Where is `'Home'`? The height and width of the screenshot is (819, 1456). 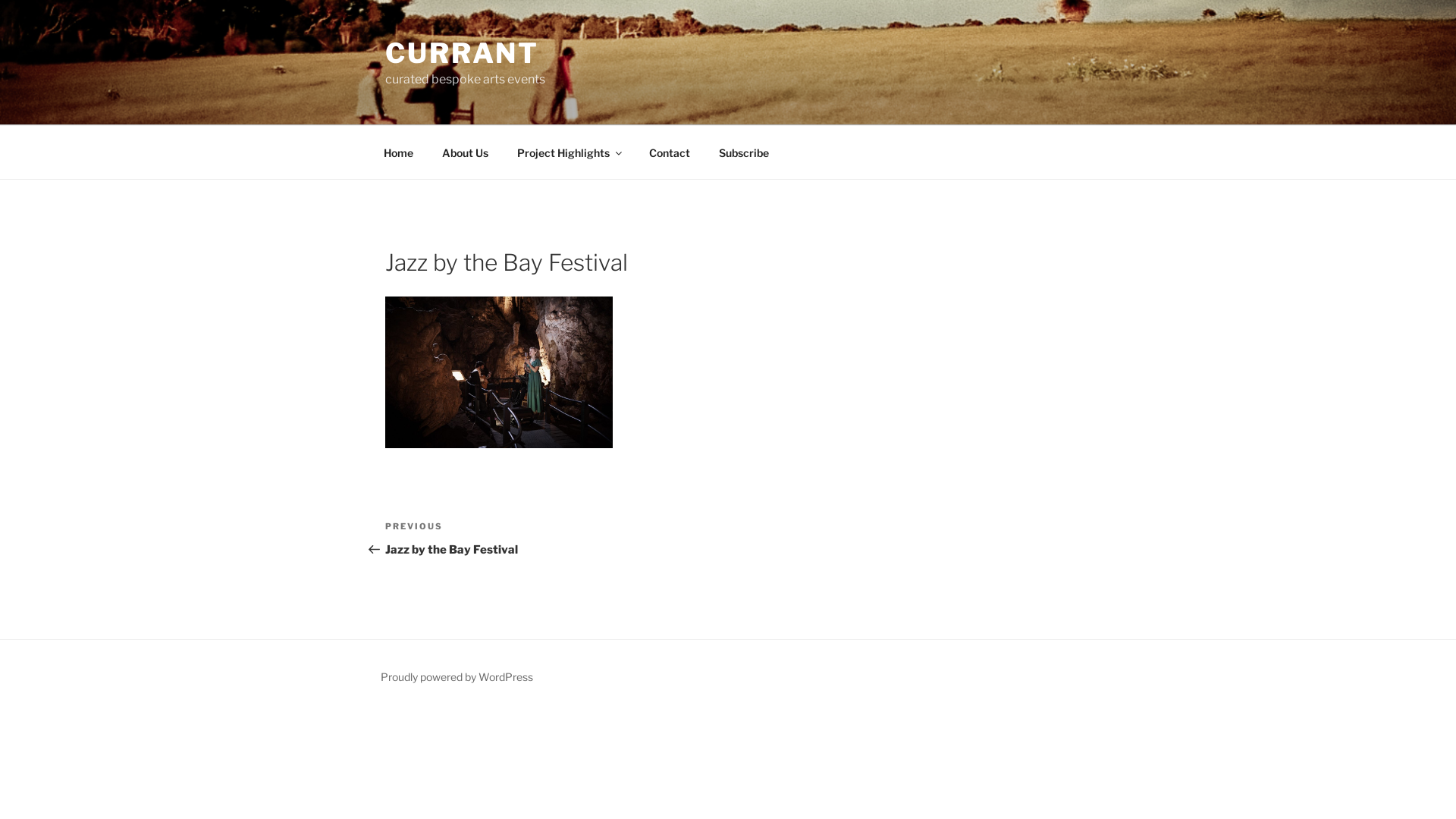
'Home' is located at coordinates (370, 152).